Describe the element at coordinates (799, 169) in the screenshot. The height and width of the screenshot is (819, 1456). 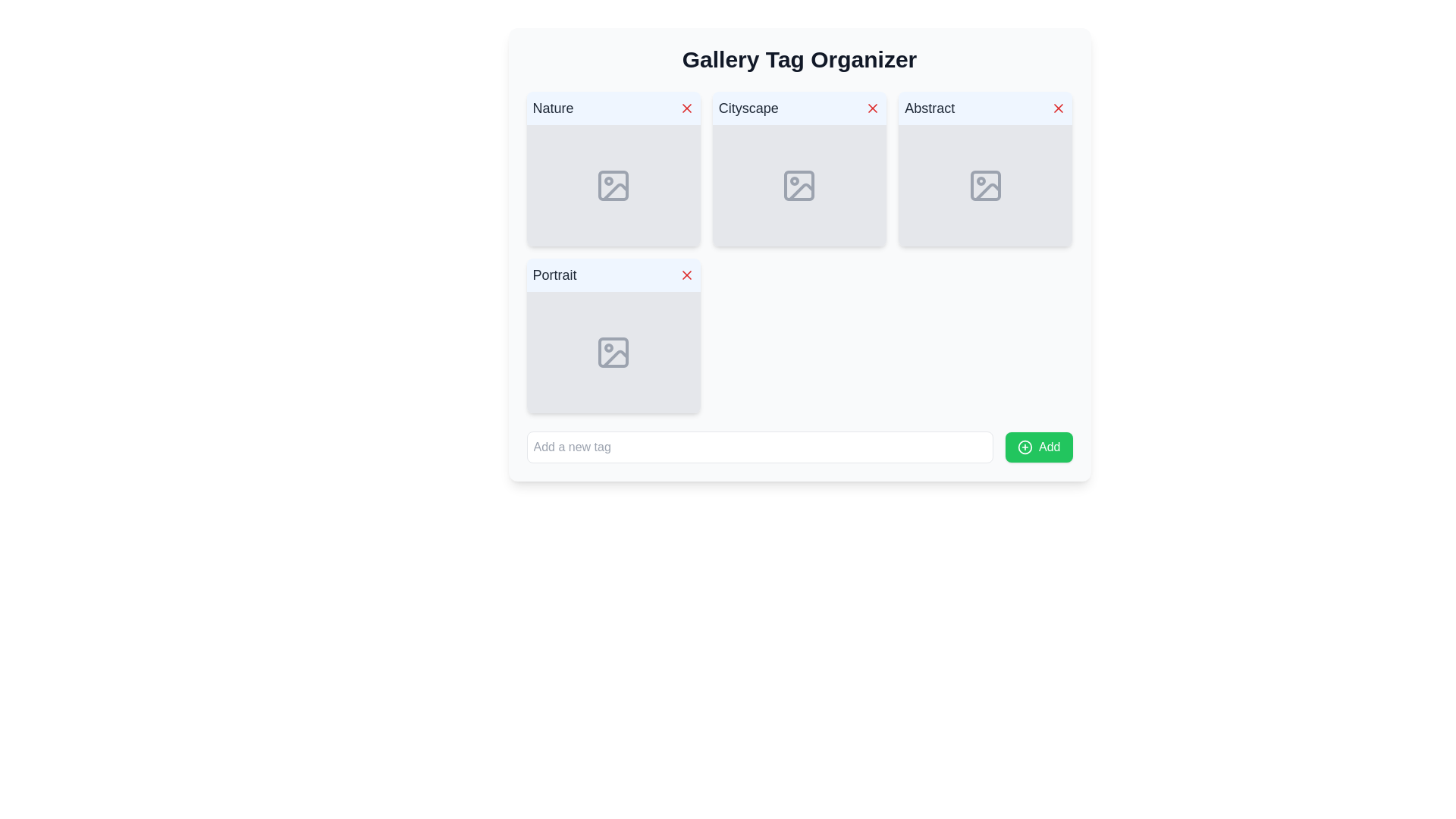
I see `the 'Cityscape' Card component in the grid layout` at that location.